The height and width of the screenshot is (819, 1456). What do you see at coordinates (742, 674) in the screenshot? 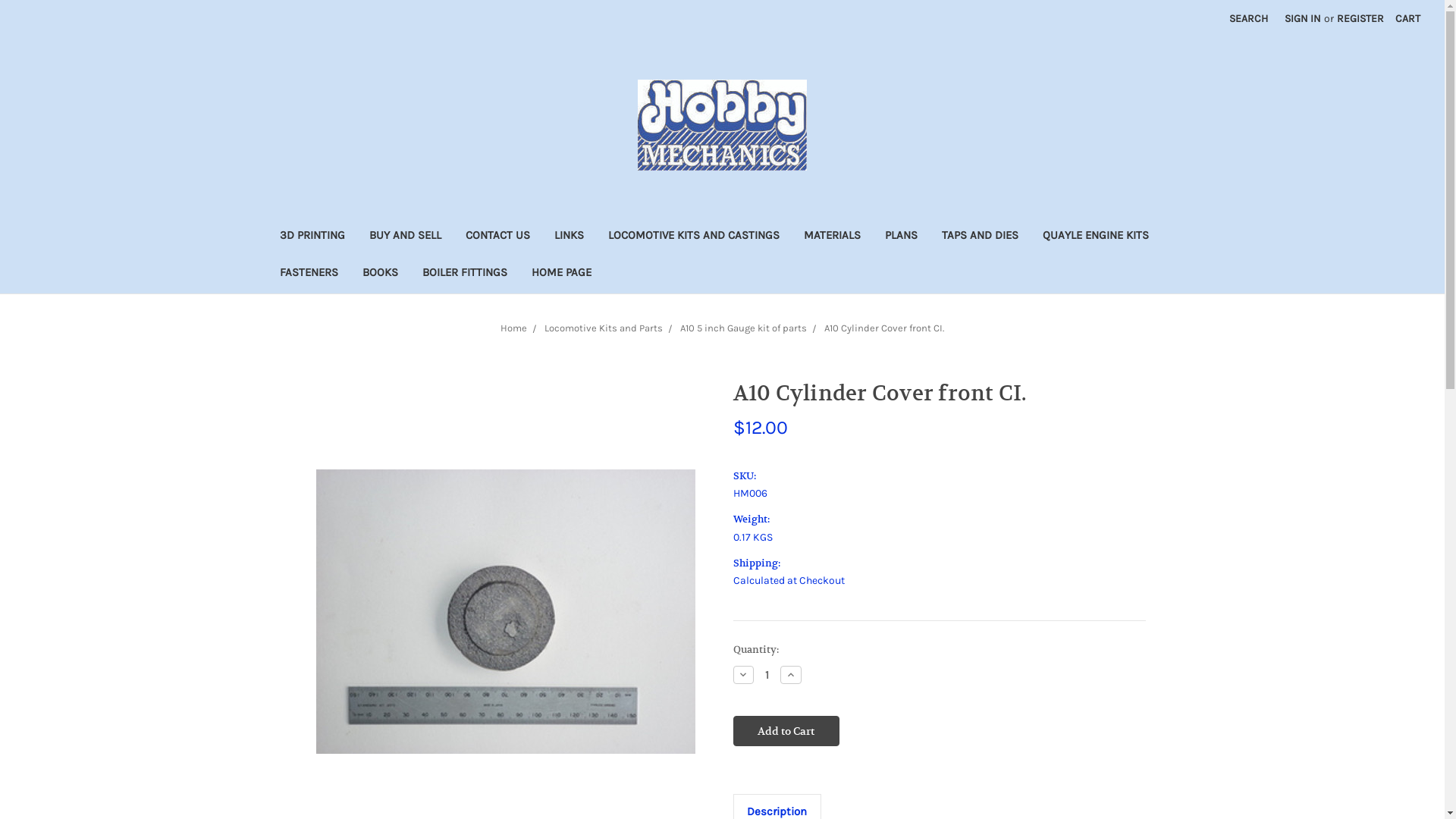
I see `'Decrease Quantity:'` at bounding box center [742, 674].